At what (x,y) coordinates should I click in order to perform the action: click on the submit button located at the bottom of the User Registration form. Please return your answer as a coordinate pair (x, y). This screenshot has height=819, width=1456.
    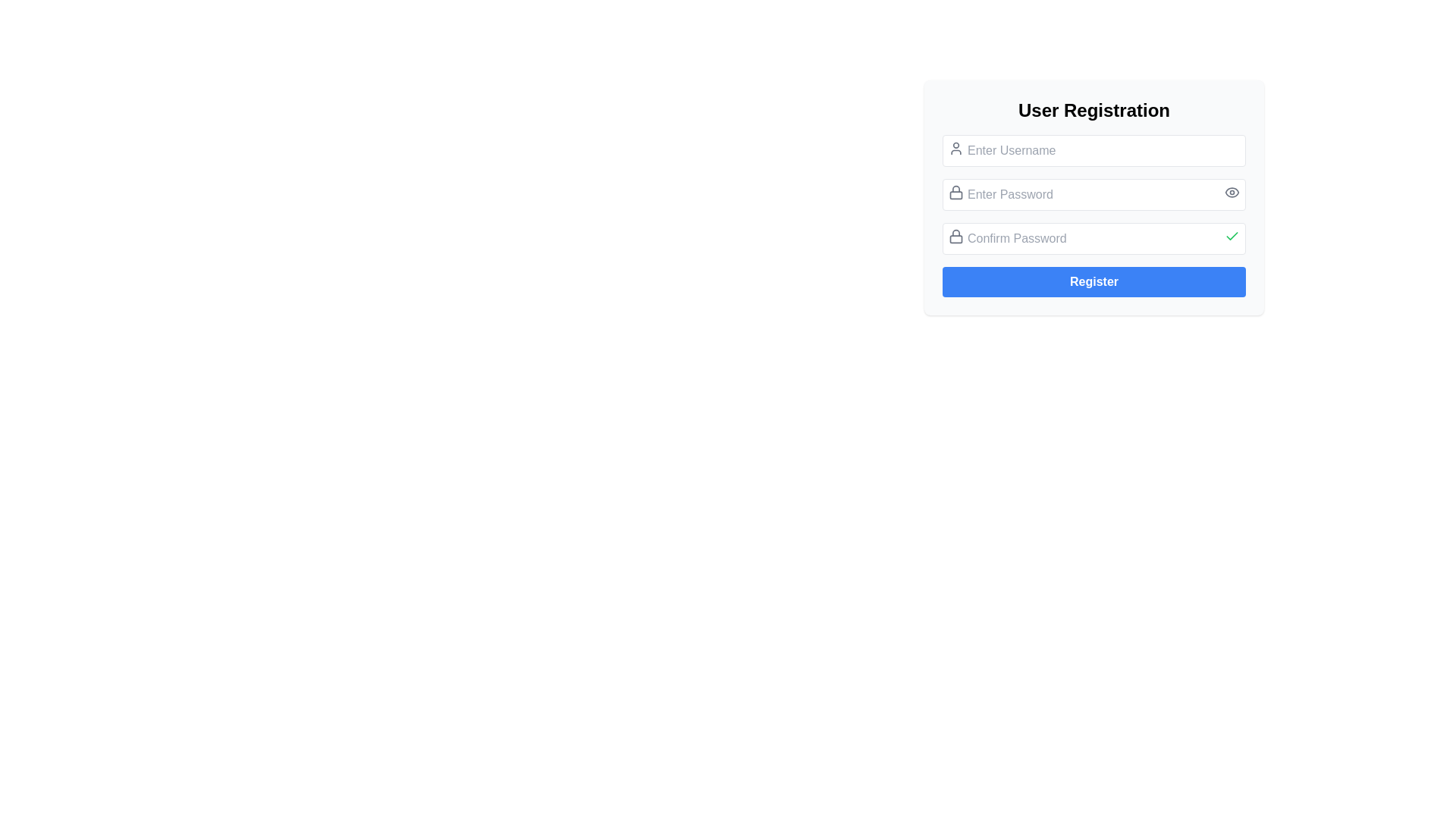
    Looking at the image, I should click on (1094, 281).